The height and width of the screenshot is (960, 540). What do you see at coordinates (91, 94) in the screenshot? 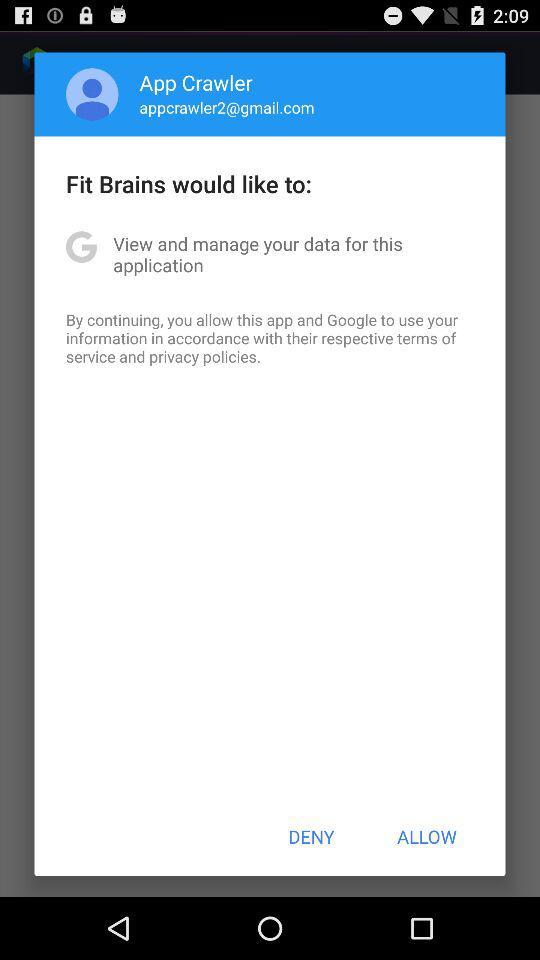
I see `app above the fit brains would item` at bounding box center [91, 94].